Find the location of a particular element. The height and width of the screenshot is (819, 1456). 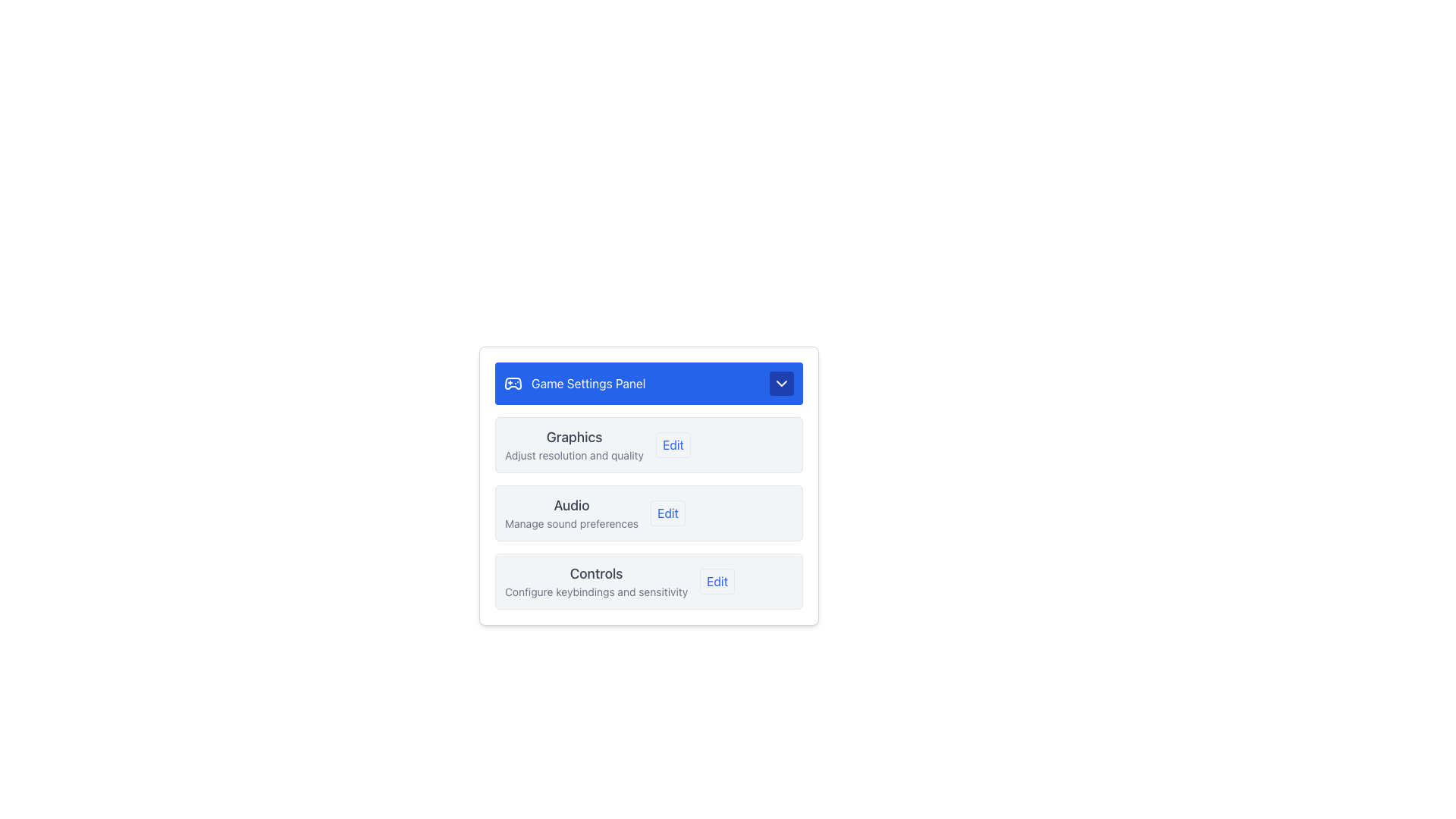

the Game Settings Panel icon located on the left side of the header, which is the first element in the horizontal layout is located at coordinates (513, 382).